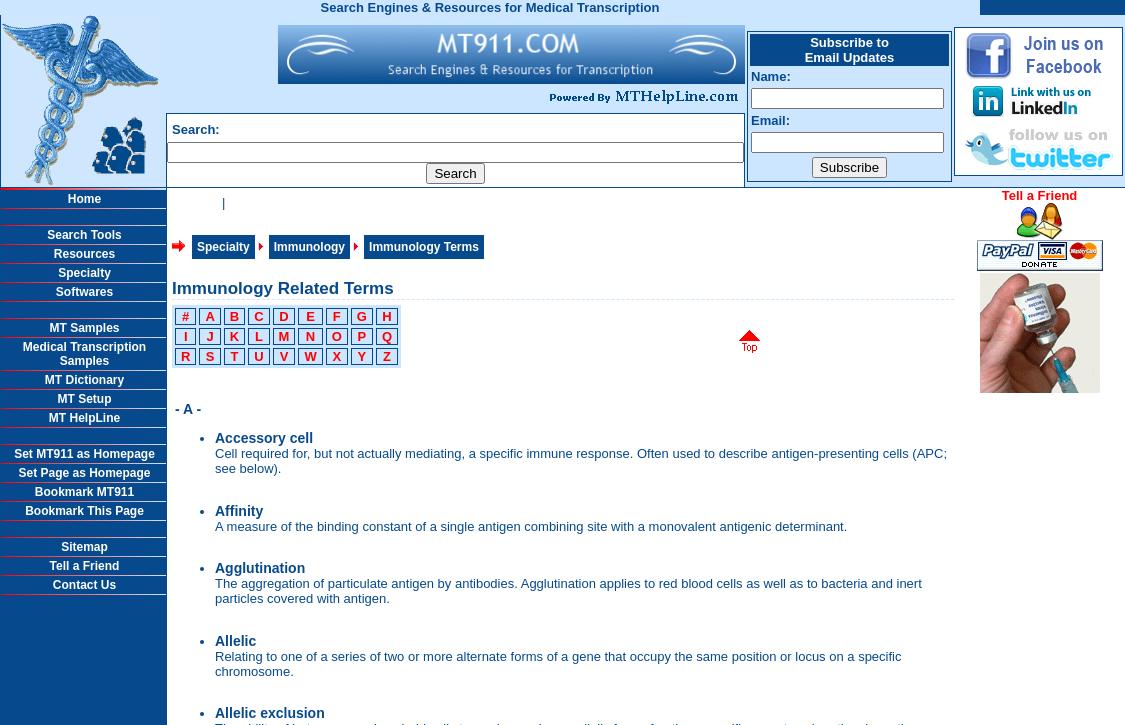 Image resolution: width=1125 pixels, height=725 pixels. I want to click on 'G', so click(355, 316).